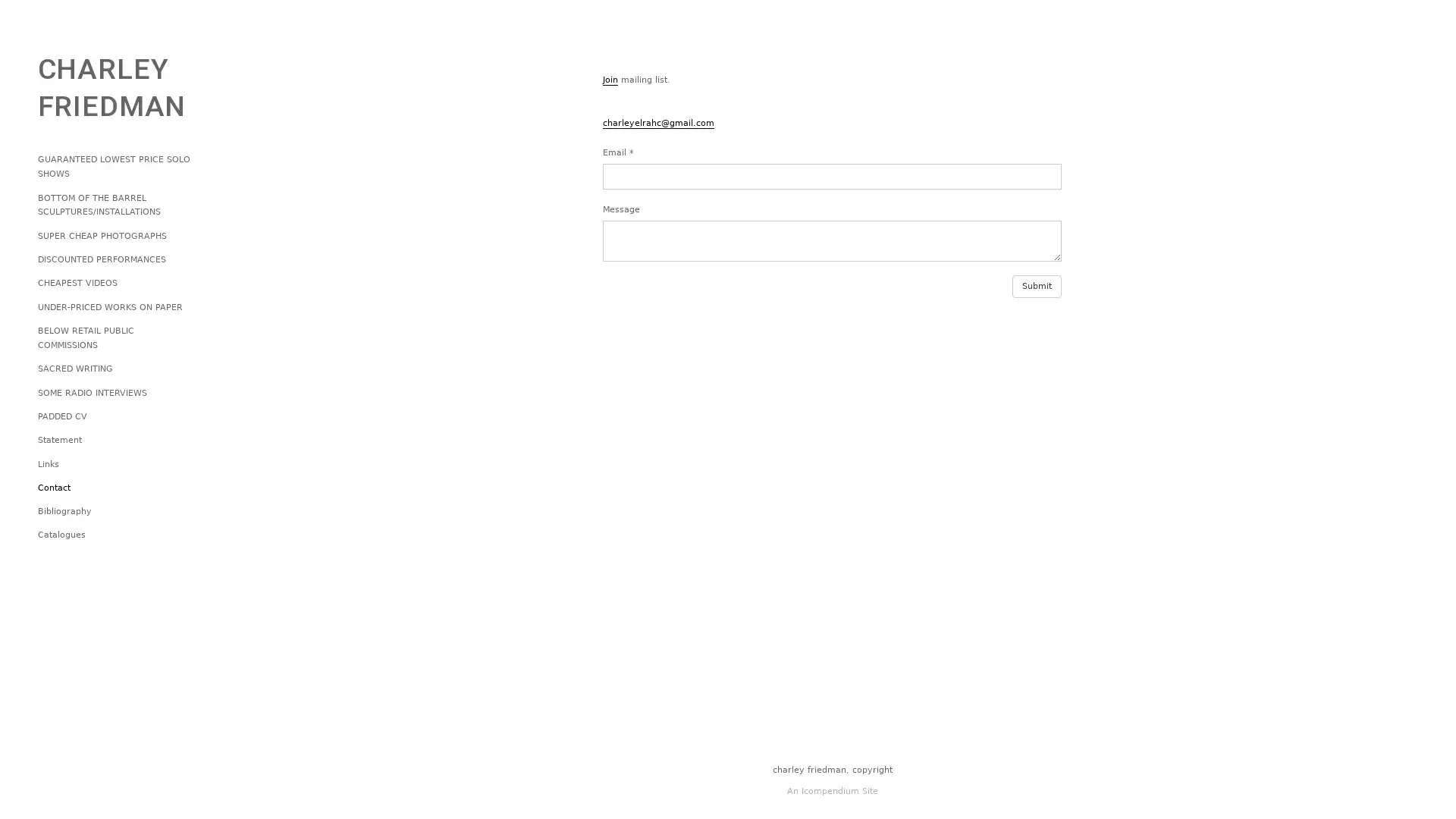  What do you see at coordinates (1036, 286) in the screenshot?
I see `Submit` at bounding box center [1036, 286].